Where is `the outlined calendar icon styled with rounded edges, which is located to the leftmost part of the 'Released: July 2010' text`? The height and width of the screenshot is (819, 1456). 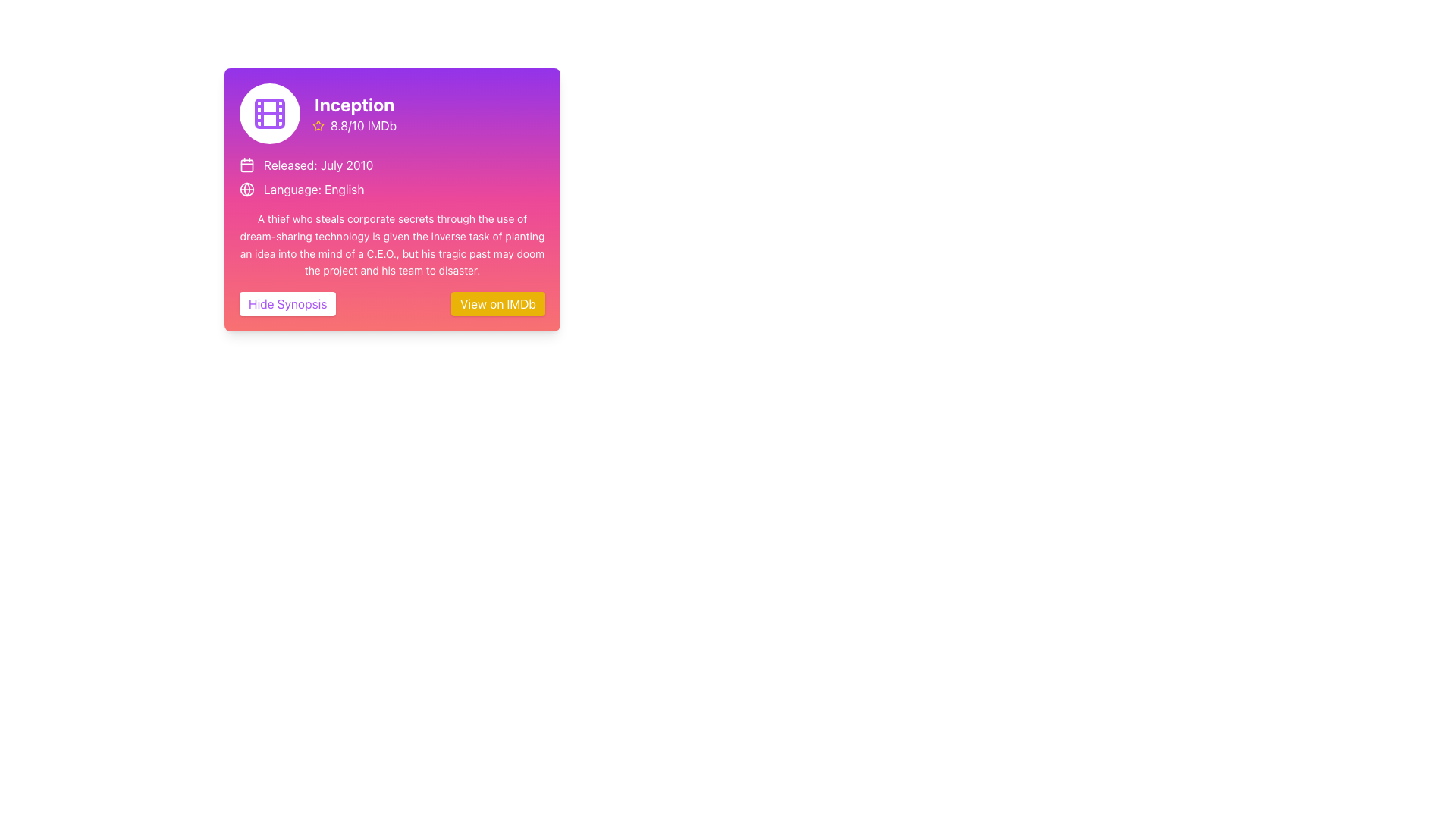
the outlined calendar icon styled with rounded edges, which is located to the leftmost part of the 'Released: July 2010' text is located at coordinates (247, 165).